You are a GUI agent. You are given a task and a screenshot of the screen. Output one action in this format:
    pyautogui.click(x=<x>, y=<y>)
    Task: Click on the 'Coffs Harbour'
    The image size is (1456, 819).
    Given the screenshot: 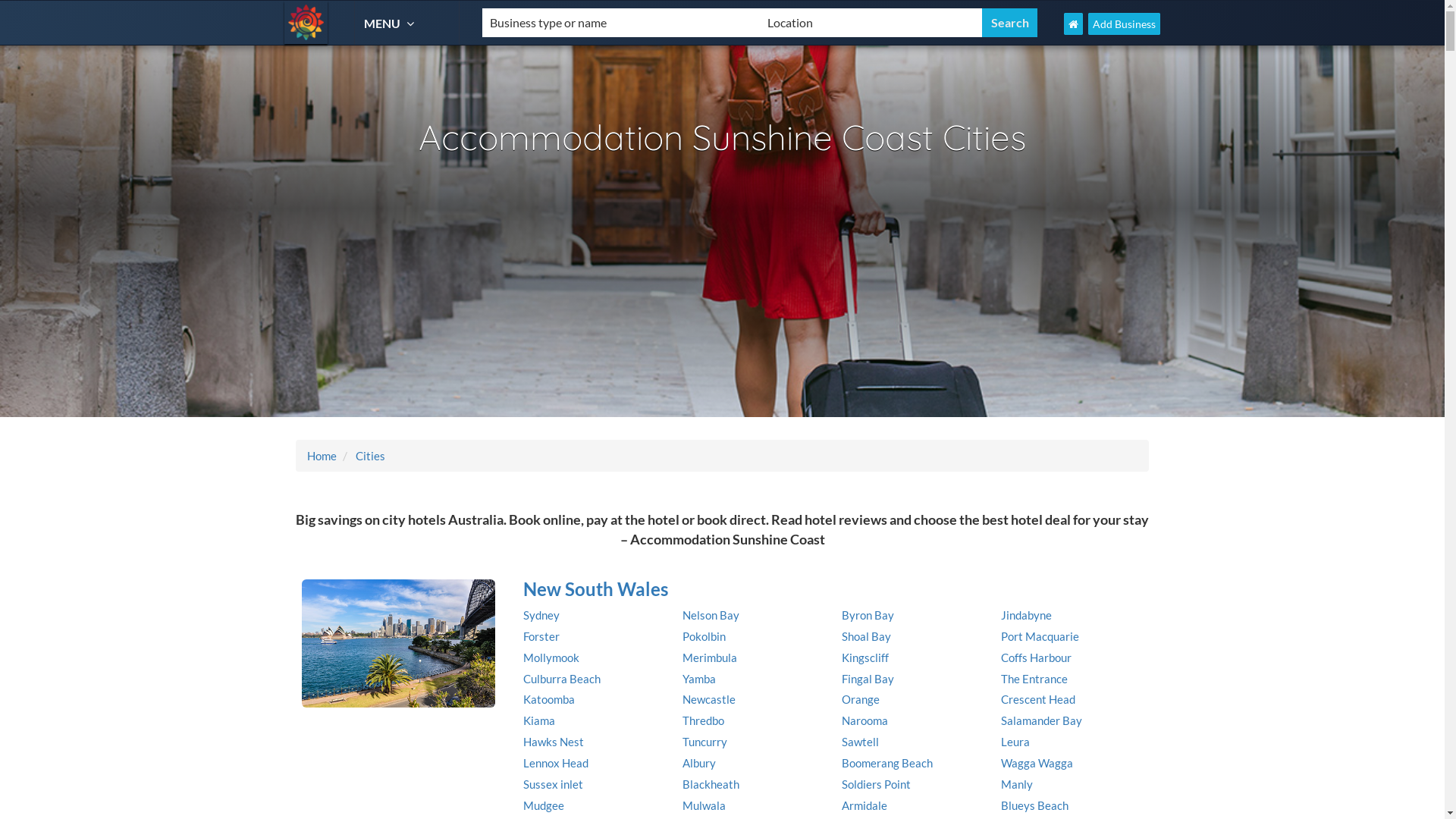 What is the action you would take?
    pyautogui.click(x=1001, y=657)
    